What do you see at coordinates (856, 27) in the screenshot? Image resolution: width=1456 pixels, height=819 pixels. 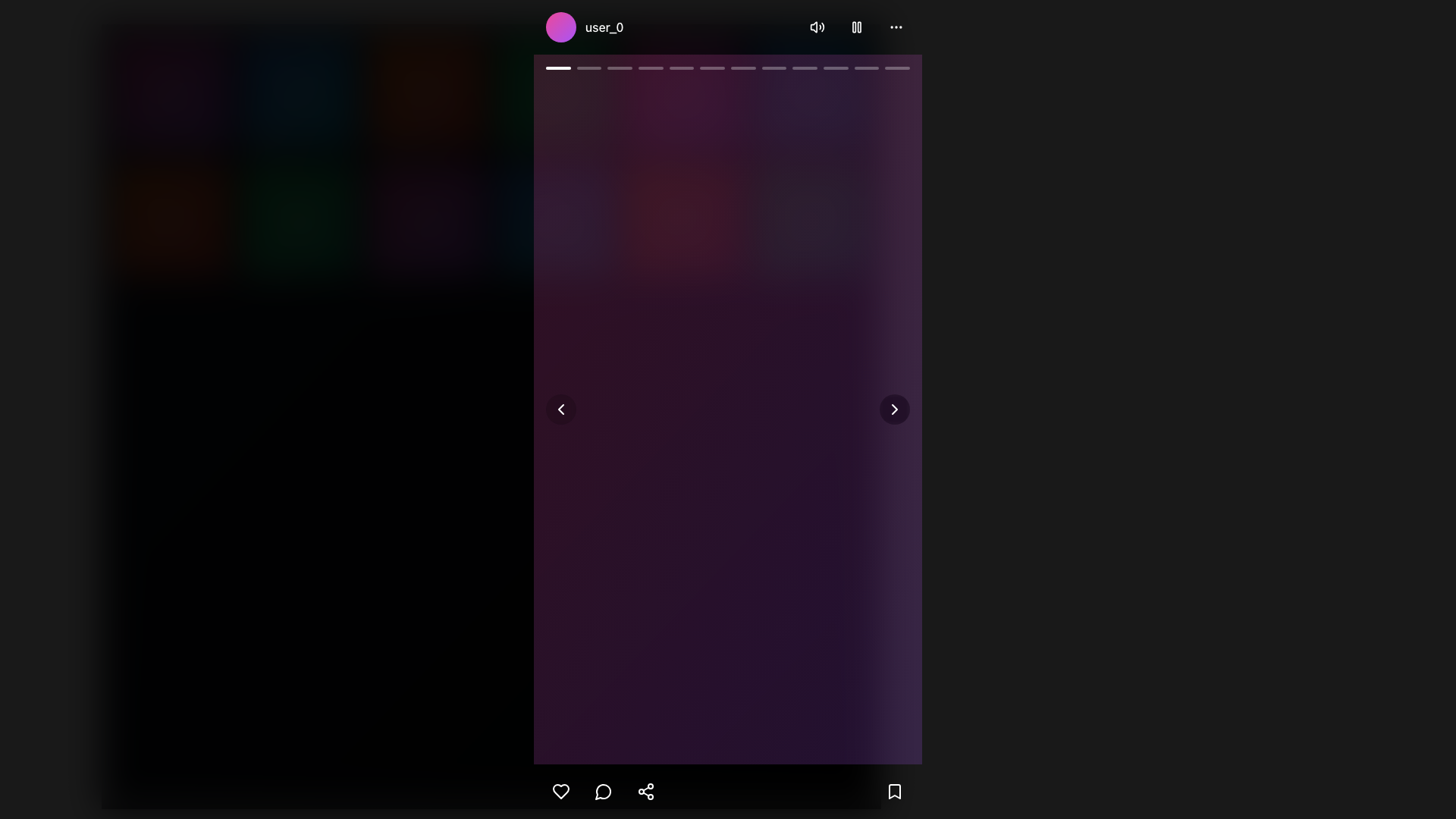 I see `the pause icon in the Control bar located at the top-right corner of the interface` at bounding box center [856, 27].